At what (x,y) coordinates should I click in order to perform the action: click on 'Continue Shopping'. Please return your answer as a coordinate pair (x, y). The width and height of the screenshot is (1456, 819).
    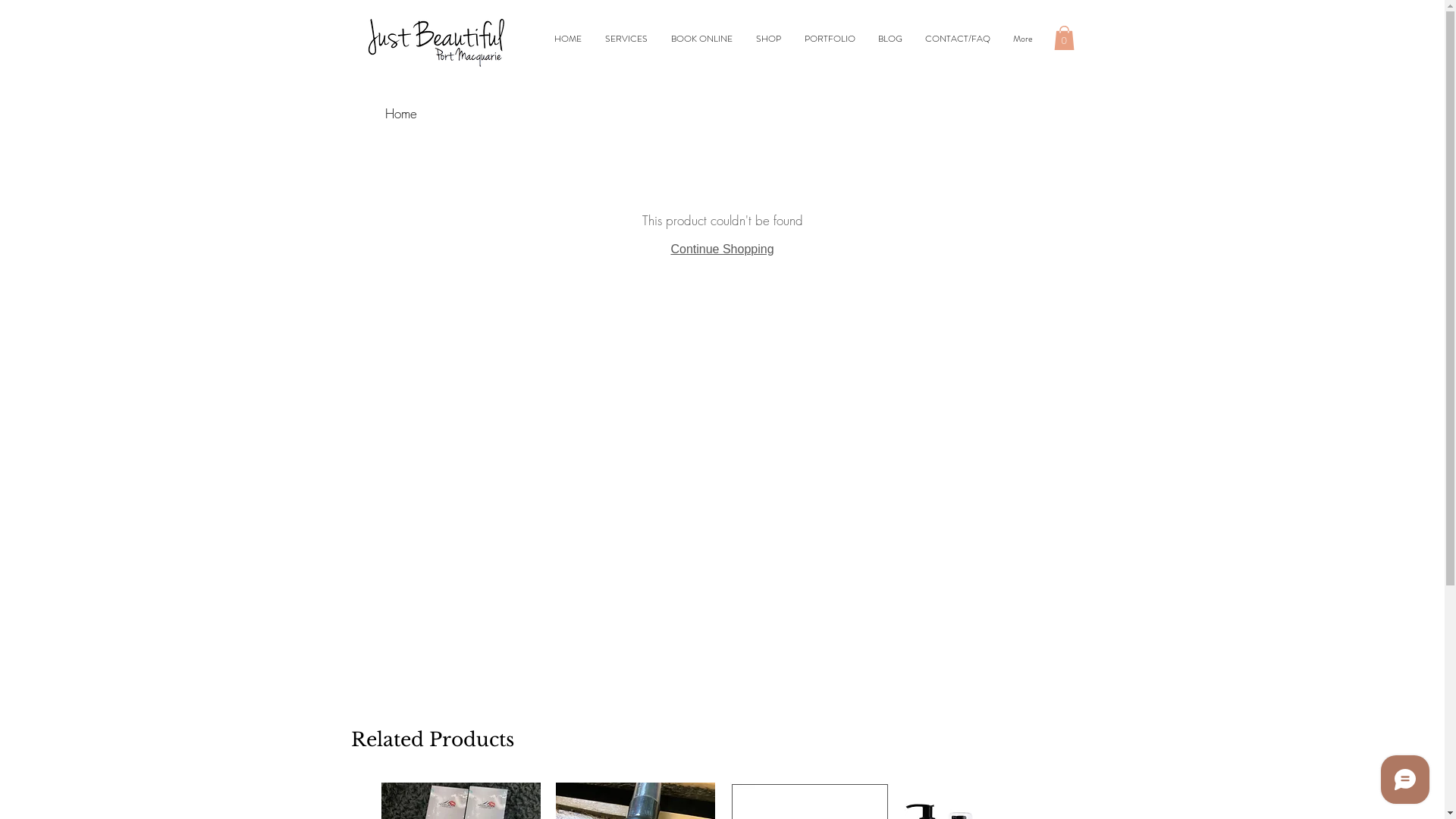
    Looking at the image, I should click on (669, 248).